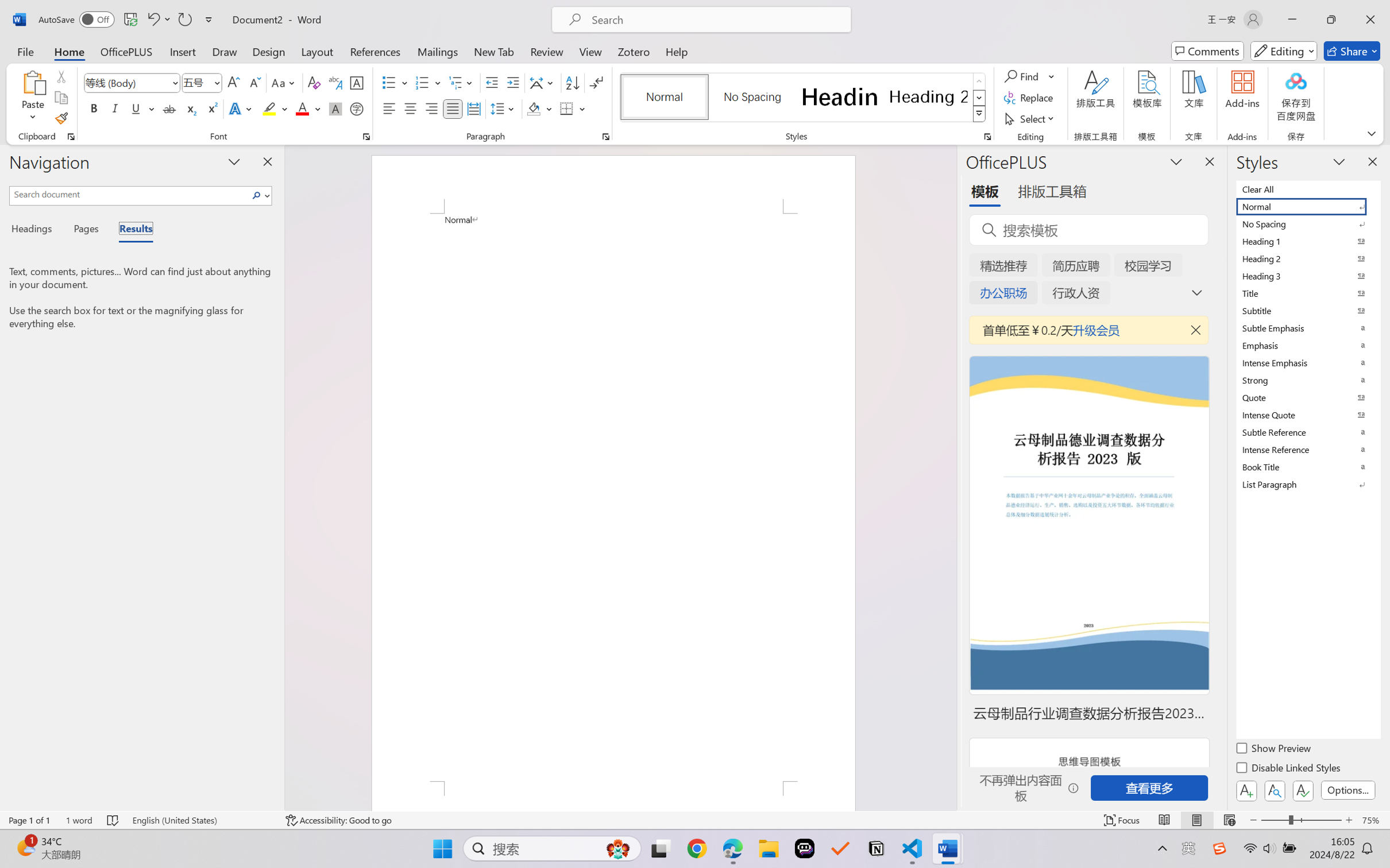  I want to click on 'Show/Hide Editing Marks', so click(596, 83).